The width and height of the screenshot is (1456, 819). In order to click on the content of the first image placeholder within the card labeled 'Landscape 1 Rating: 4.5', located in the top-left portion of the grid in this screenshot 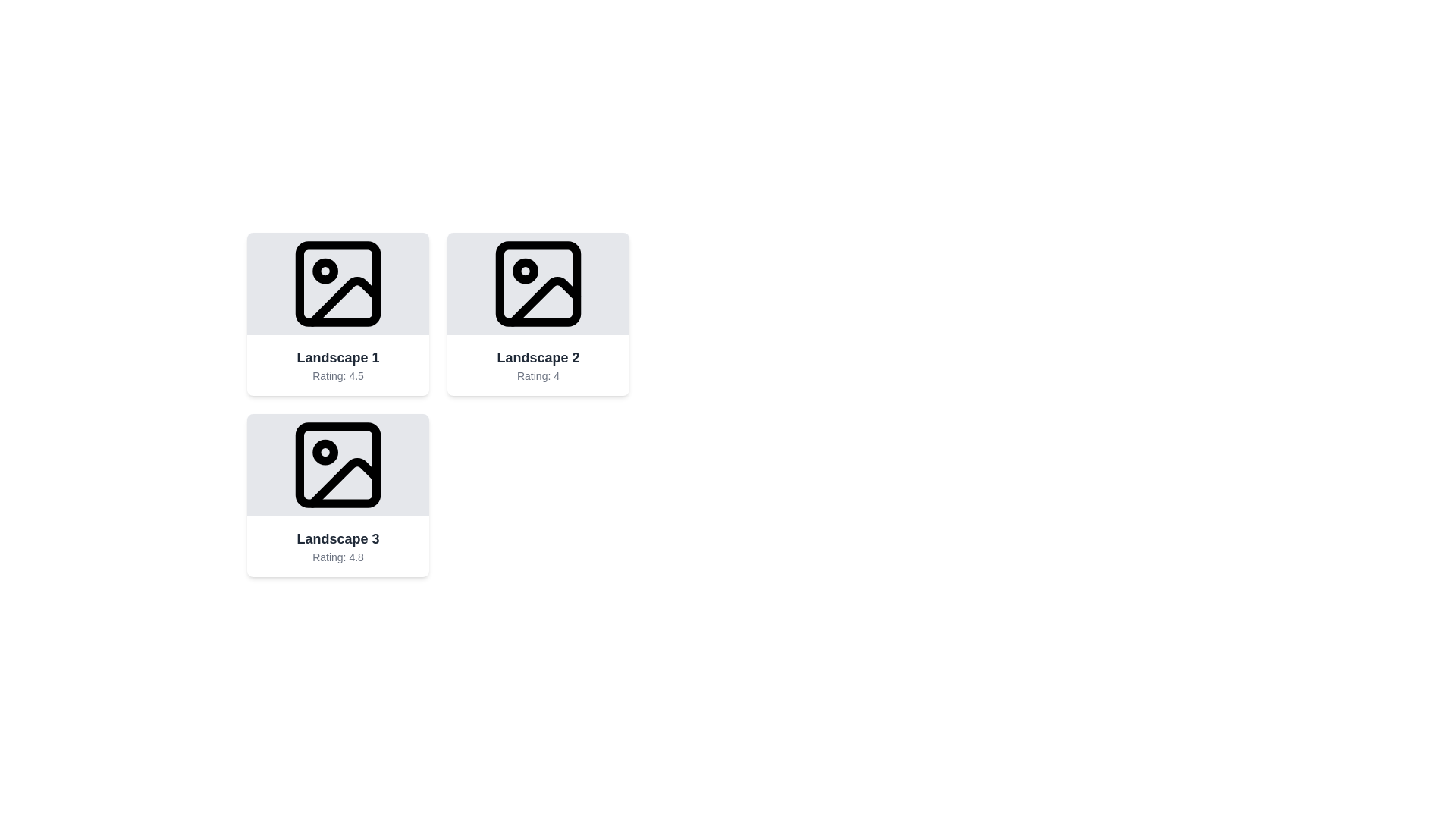, I will do `click(337, 284)`.